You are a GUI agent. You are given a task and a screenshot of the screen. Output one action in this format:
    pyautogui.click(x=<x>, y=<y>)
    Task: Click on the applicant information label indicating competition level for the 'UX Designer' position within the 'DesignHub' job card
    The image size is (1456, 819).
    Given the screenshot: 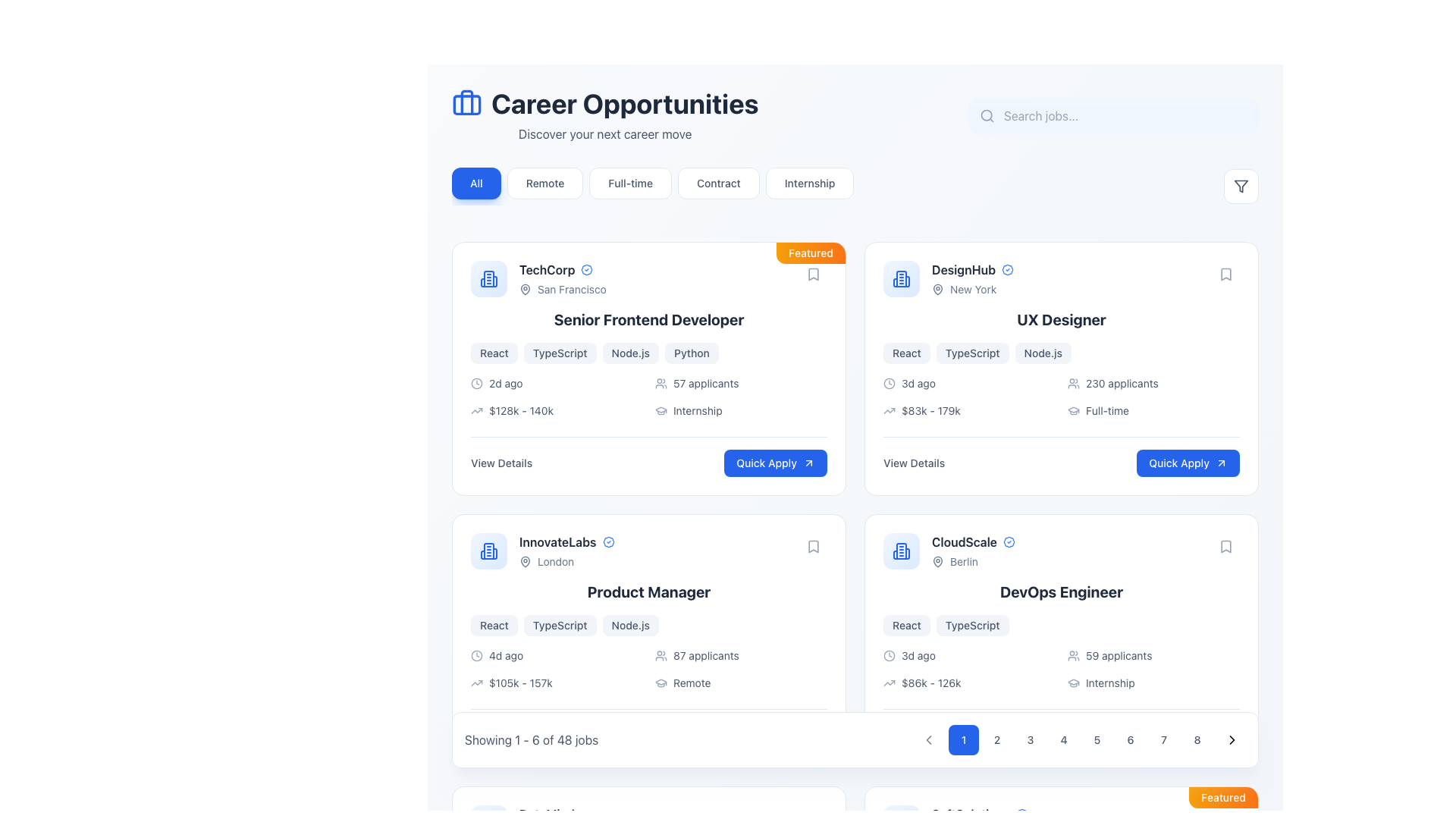 What is the action you would take?
    pyautogui.click(x=1153, y=382)
    